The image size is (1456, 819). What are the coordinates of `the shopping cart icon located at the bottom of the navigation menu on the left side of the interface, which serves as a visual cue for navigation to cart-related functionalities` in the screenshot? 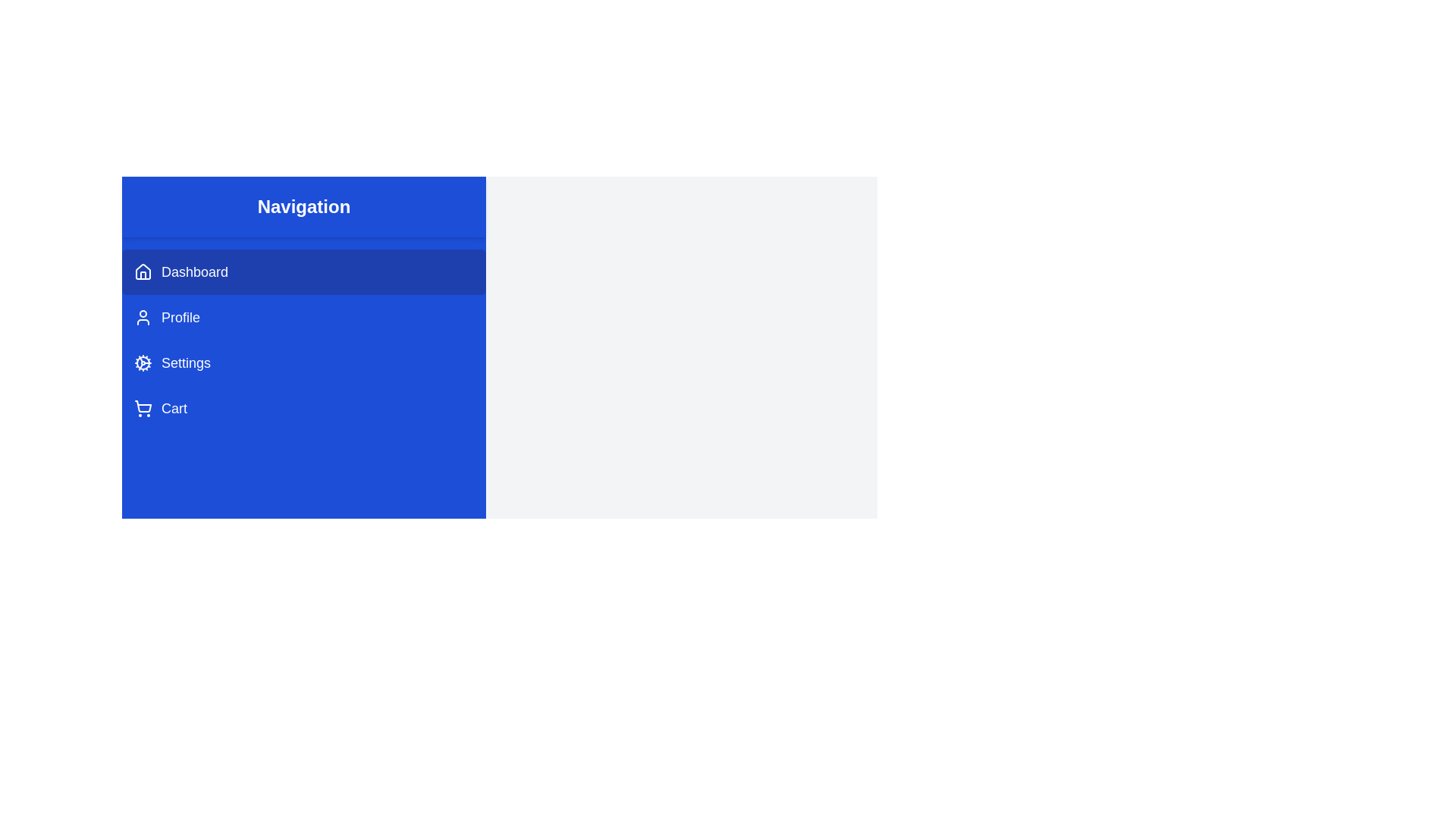 It's located at (143, 406).